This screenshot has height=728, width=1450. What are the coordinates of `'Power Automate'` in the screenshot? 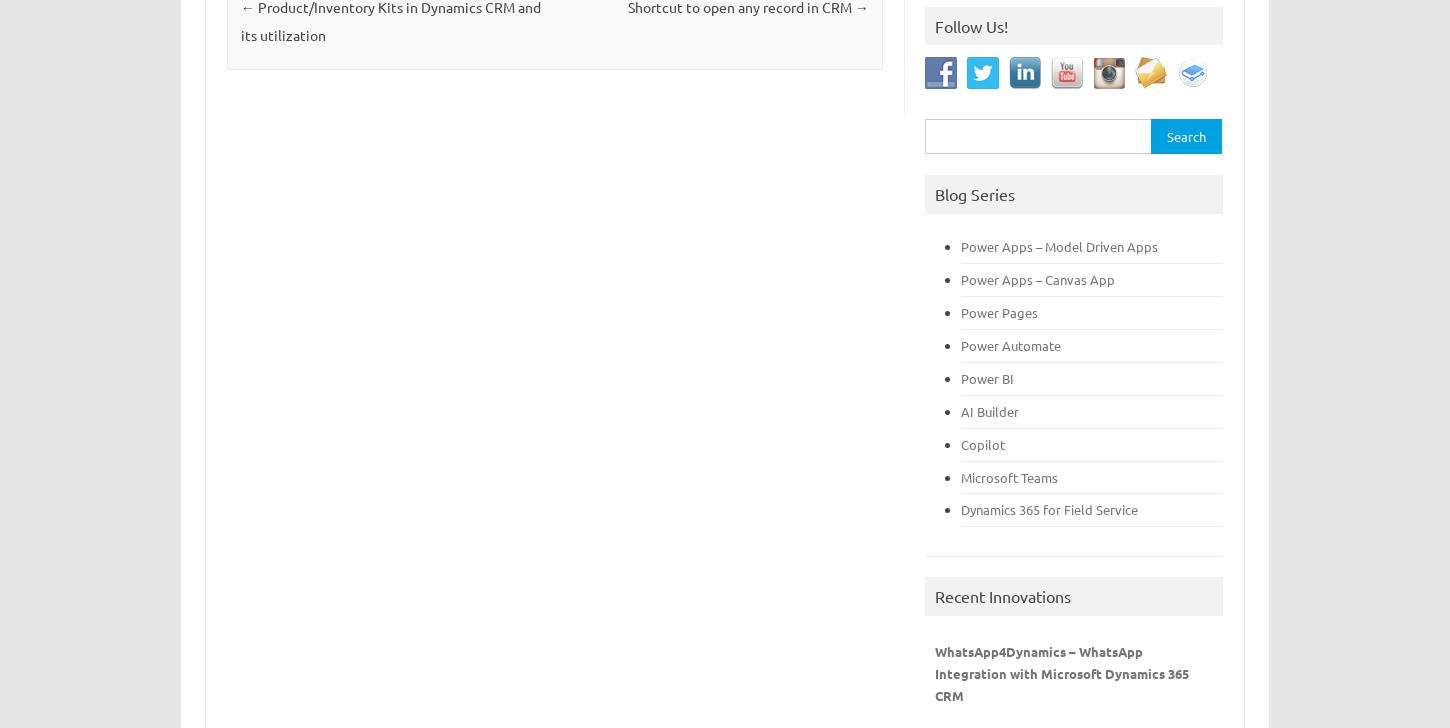 It's located at (1010, 344).